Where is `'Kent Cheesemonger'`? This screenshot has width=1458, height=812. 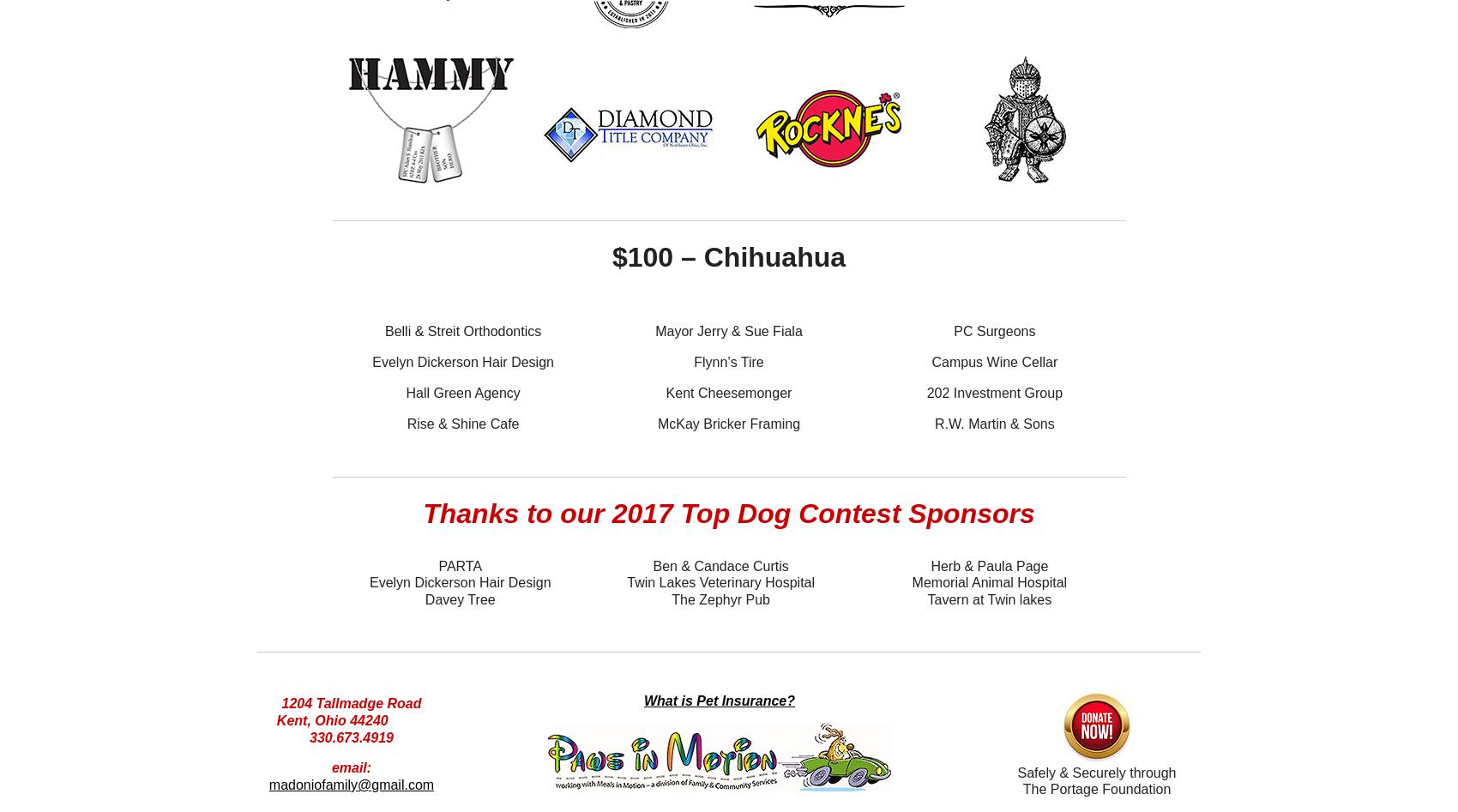
'Kent Cheesemonger' is located at coordinates (727, 392).